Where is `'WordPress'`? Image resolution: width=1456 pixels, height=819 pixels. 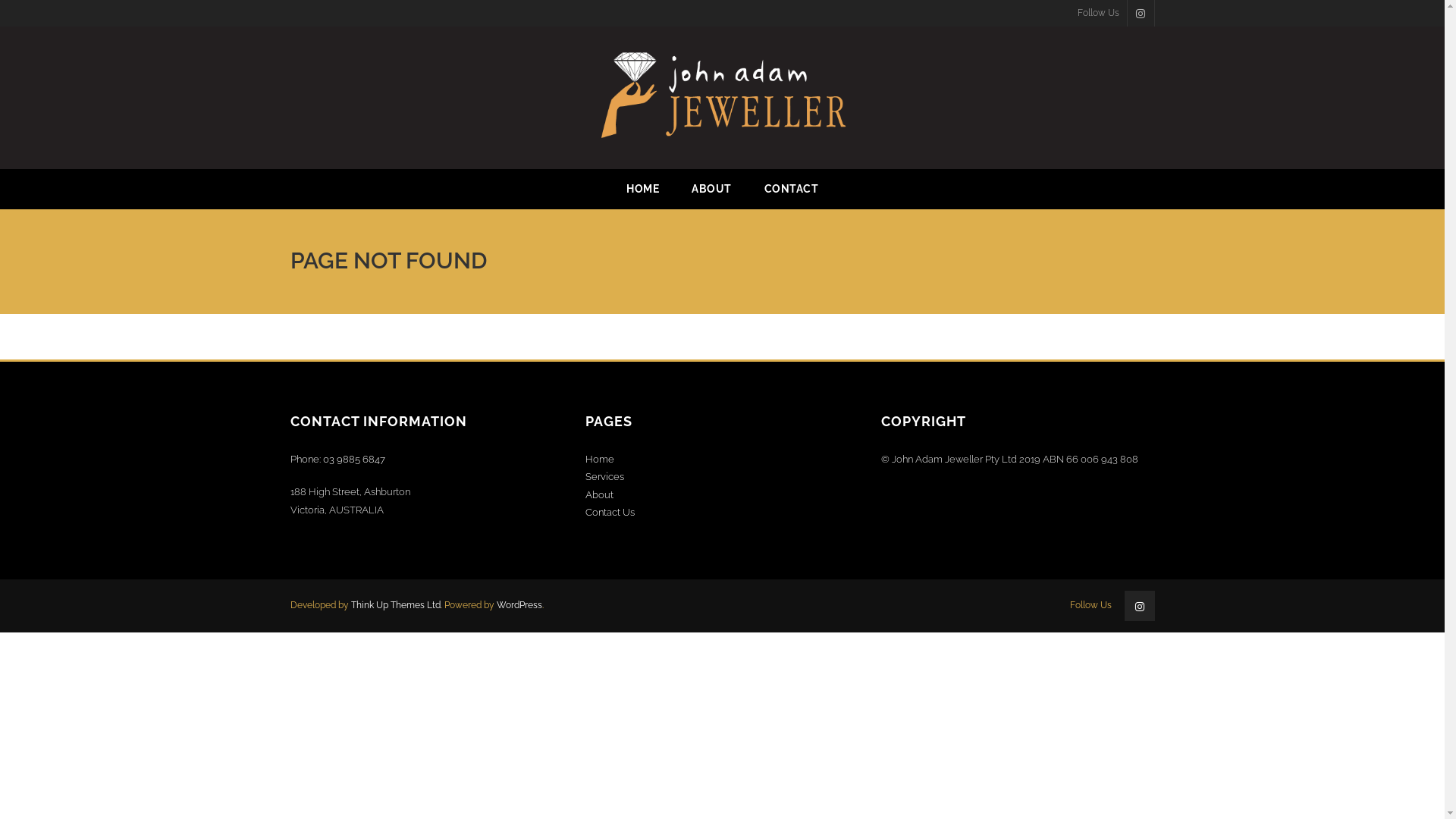
'WordPress' is located at coordinates (519, 604).